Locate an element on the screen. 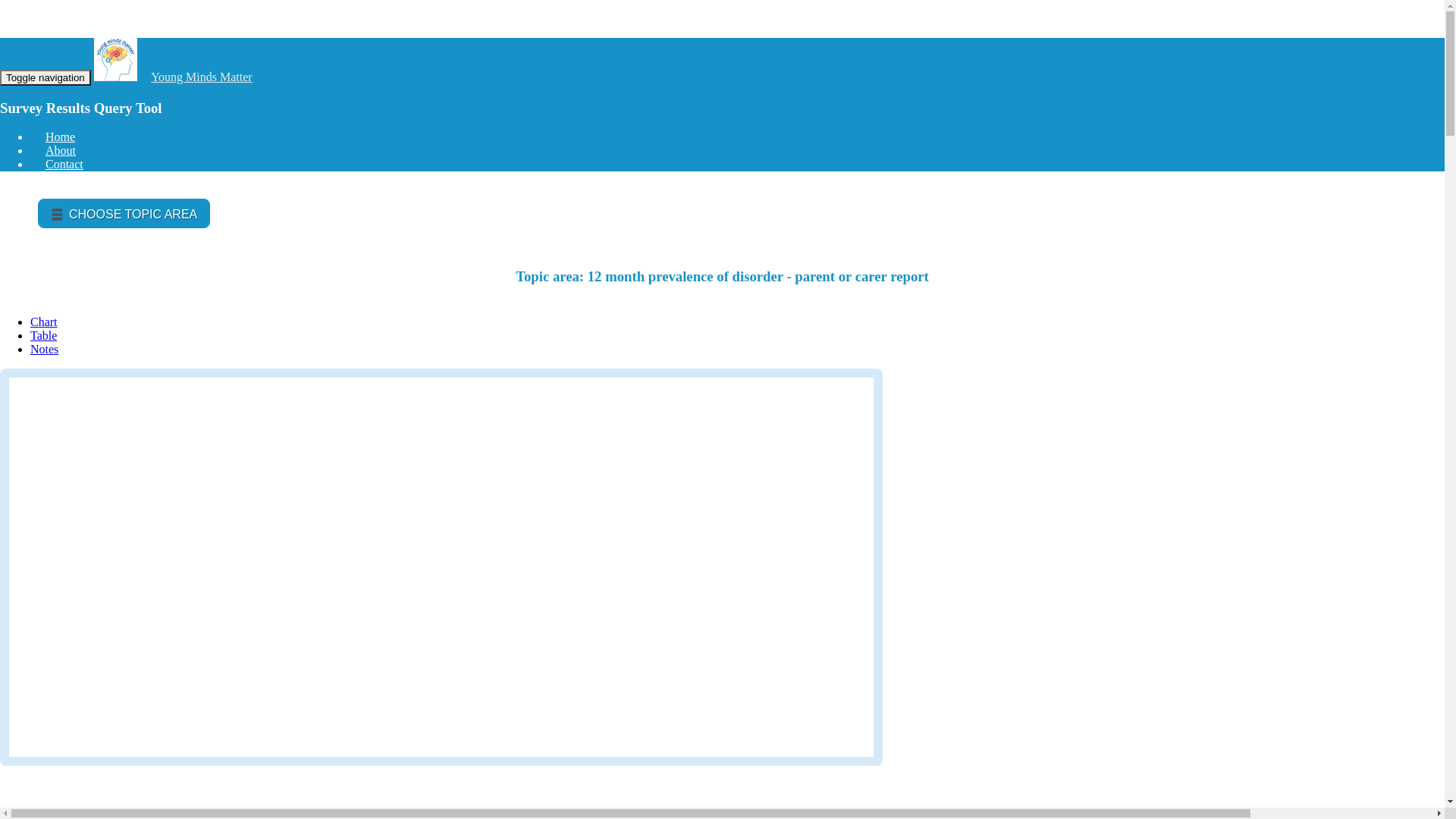  'CHOOSE TOPIC AREA' is located at coordinates (124, 213).